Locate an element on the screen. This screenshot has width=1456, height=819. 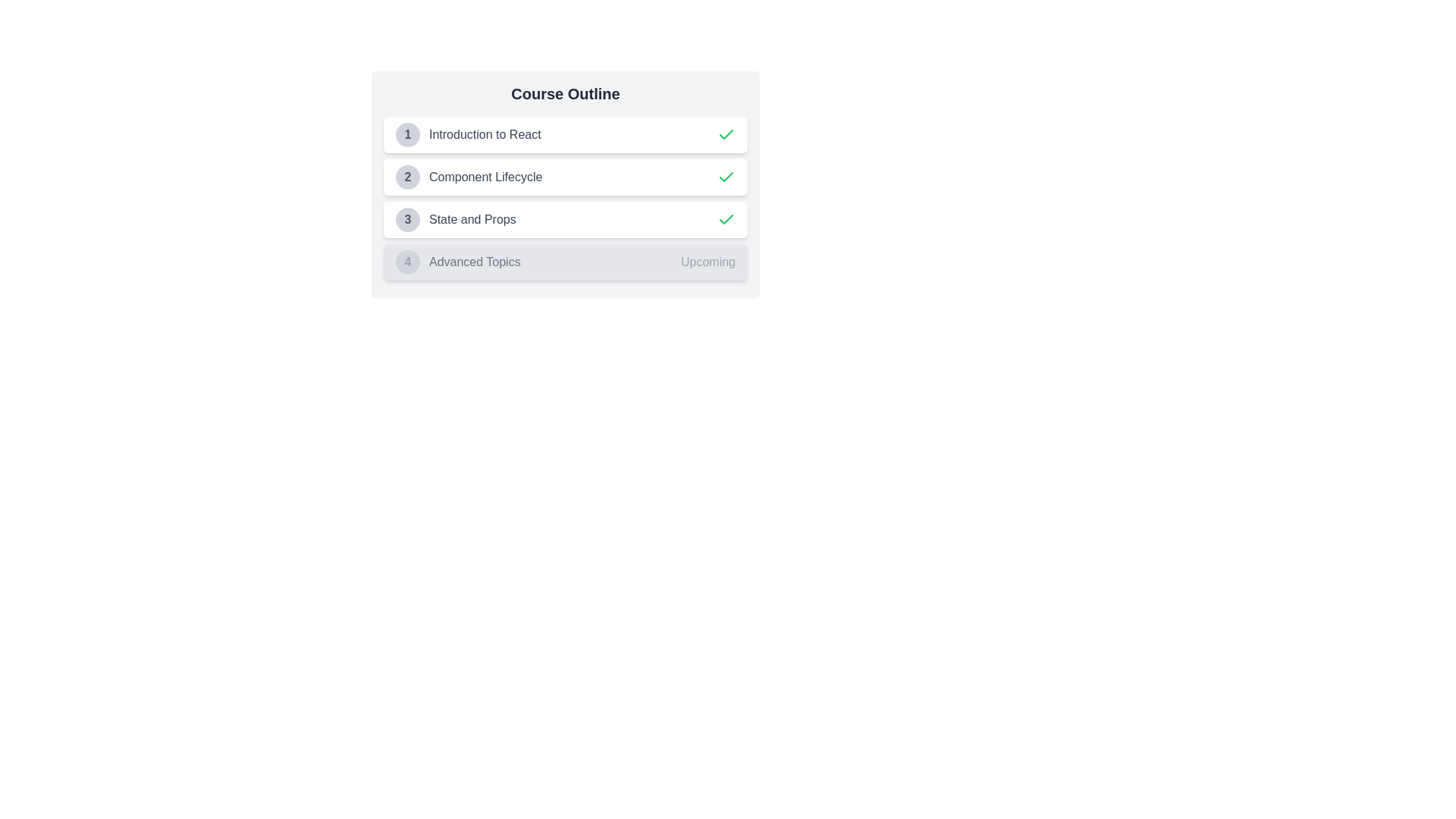
the SVG checkmark icon that indicates the completed status for the 'Component Lifecycle' item in the list is located at coordinates (726, 177).